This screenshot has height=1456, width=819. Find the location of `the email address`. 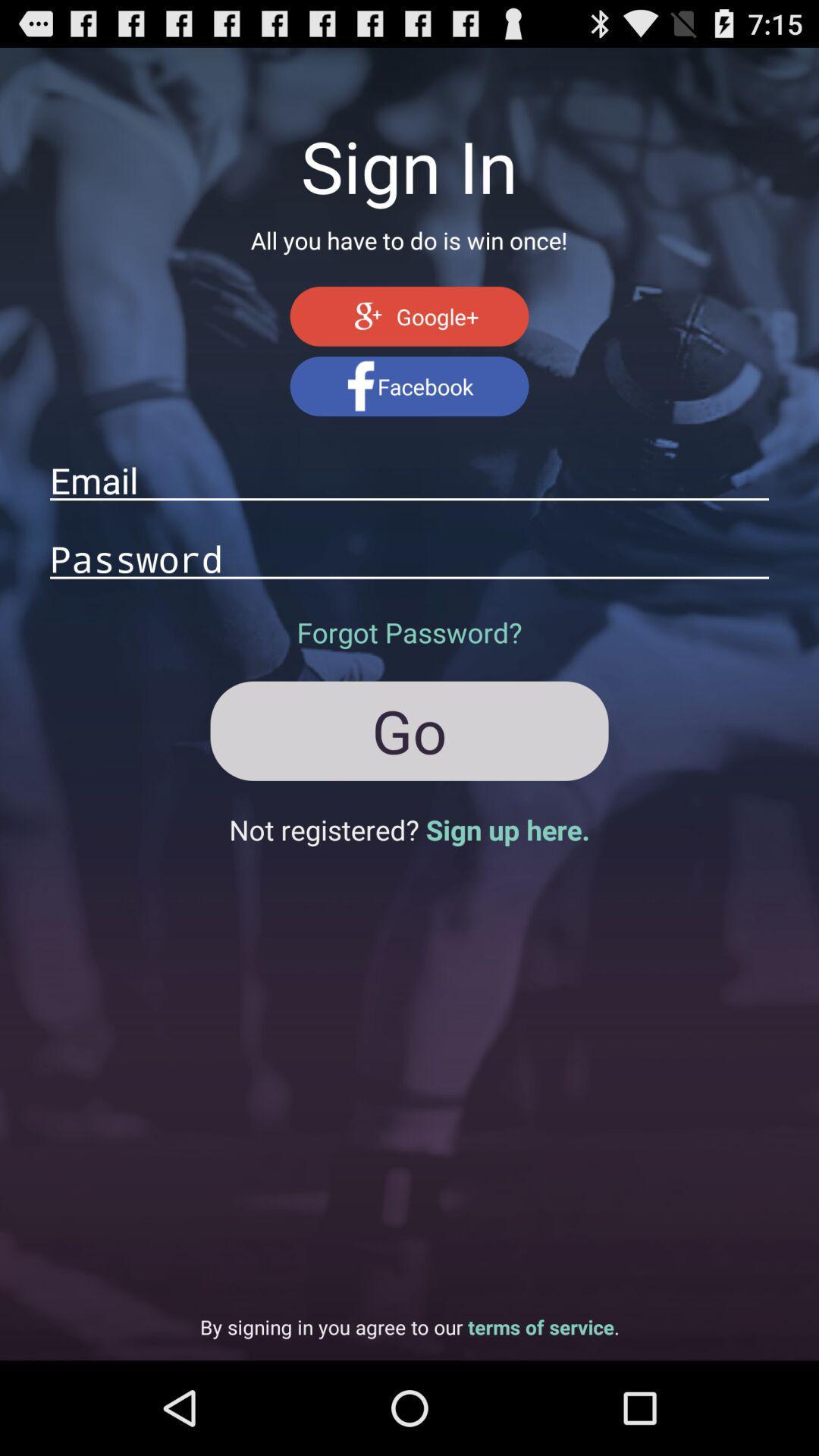

the email address is located at coordinates (409, 479).